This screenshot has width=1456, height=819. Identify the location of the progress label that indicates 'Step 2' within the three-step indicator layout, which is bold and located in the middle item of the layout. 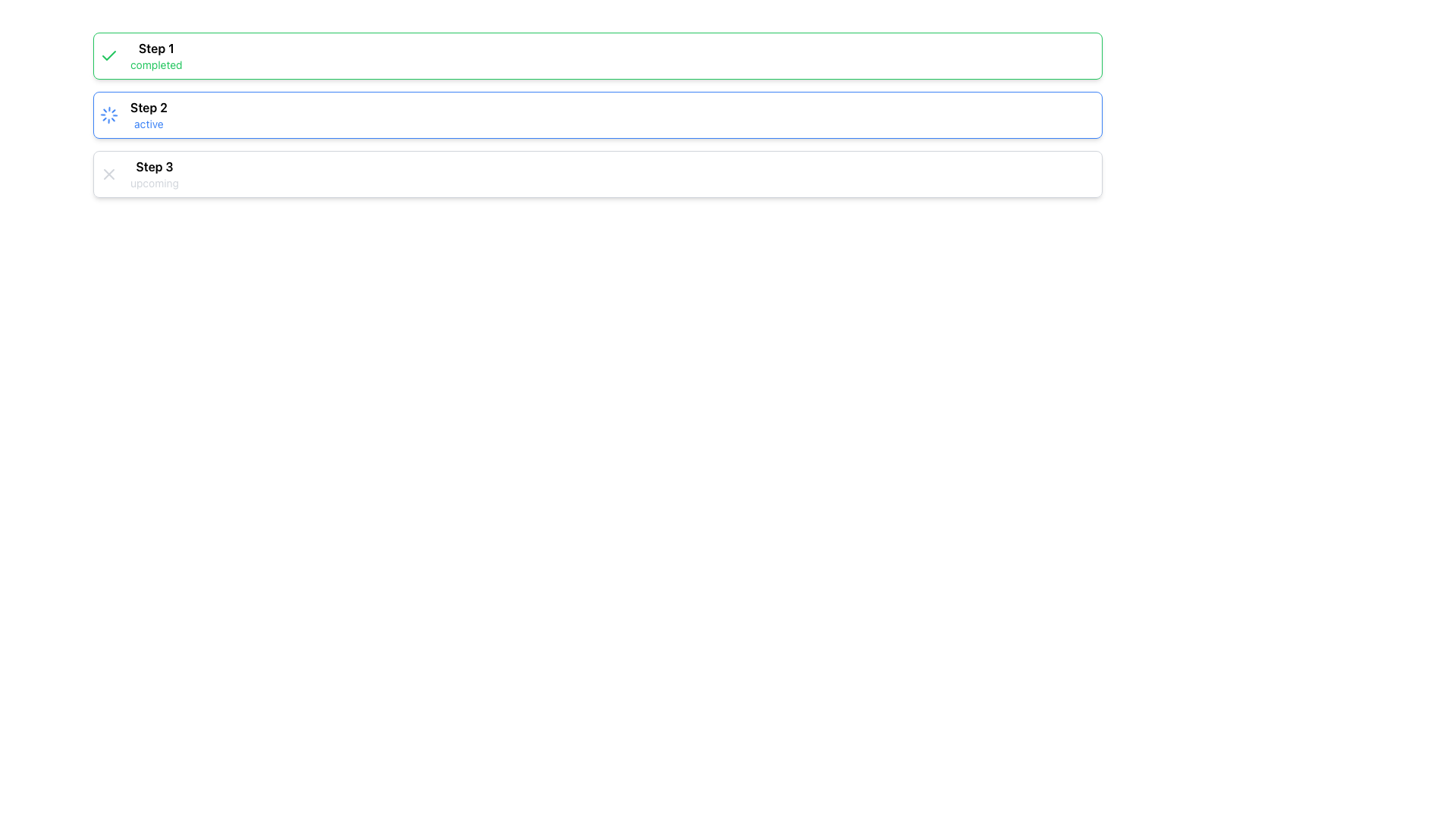
(149, 107).